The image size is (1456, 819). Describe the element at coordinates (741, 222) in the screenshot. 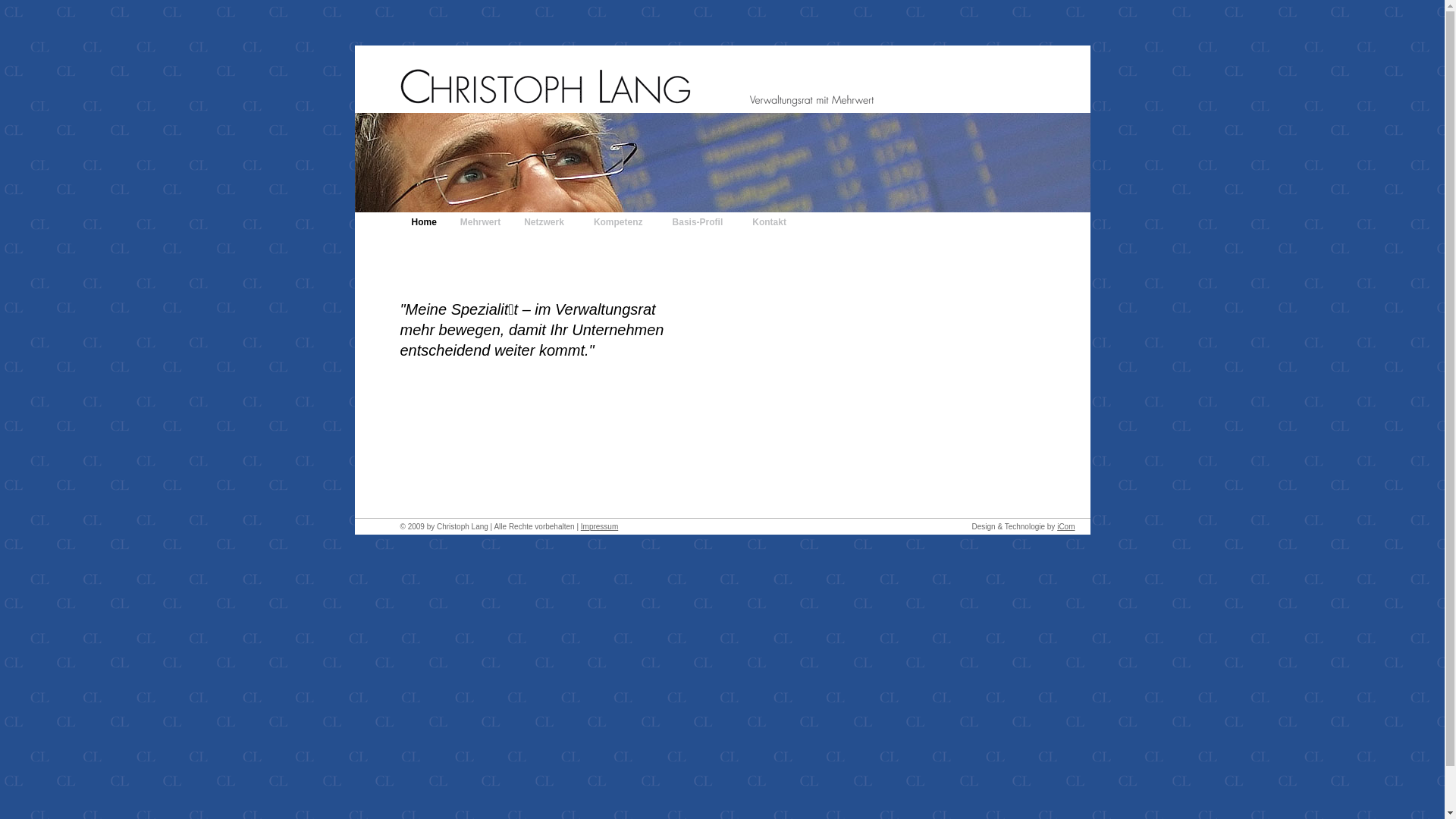

I see `'Kontakt'` at that location.